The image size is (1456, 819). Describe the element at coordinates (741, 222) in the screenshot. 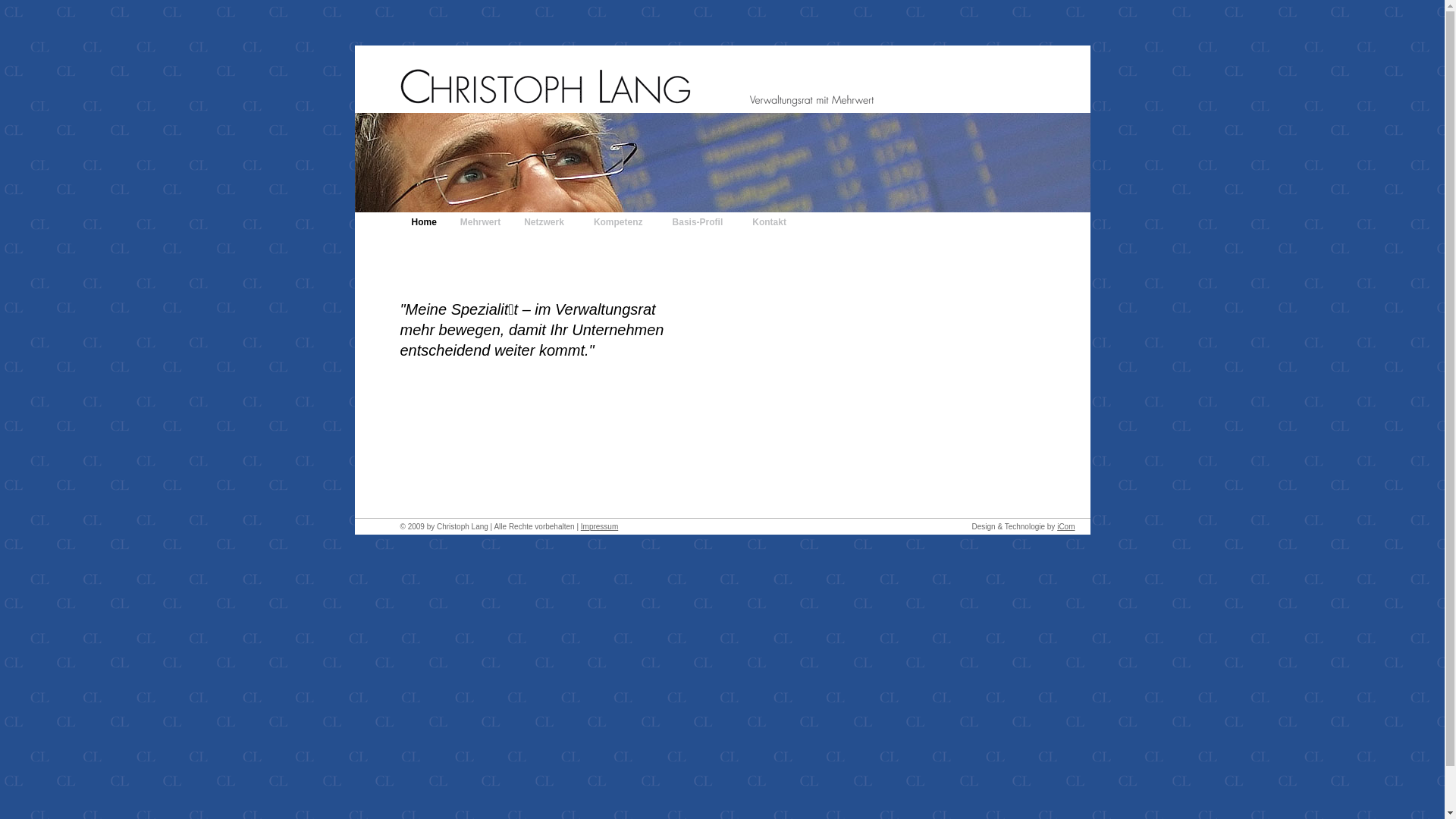

I see `'Kontakt'` at that location.